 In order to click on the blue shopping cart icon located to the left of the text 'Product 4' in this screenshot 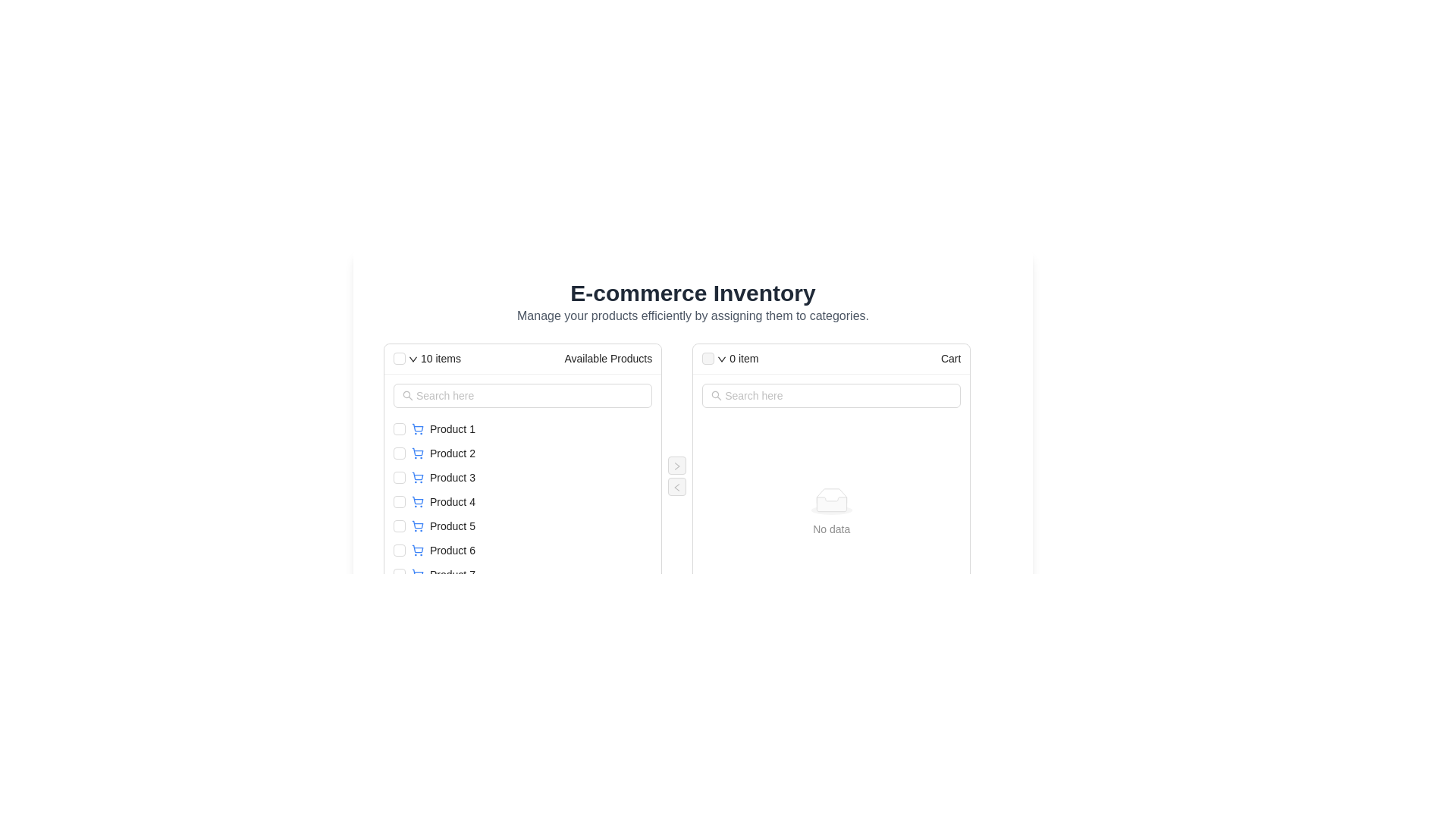, I will do `click(418, 502)`.